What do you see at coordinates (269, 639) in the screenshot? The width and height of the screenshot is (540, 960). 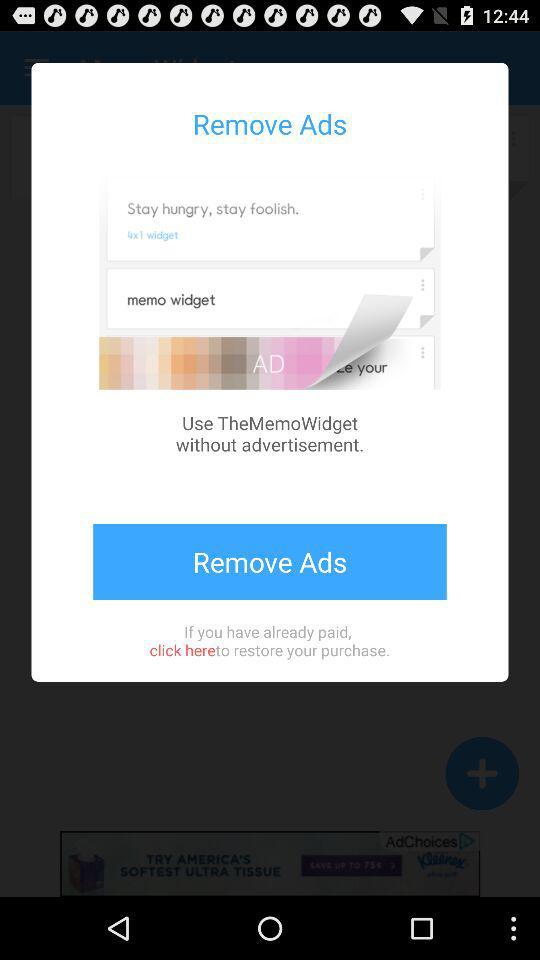 I see `the if you have icon` at bounding box center [269, 639].